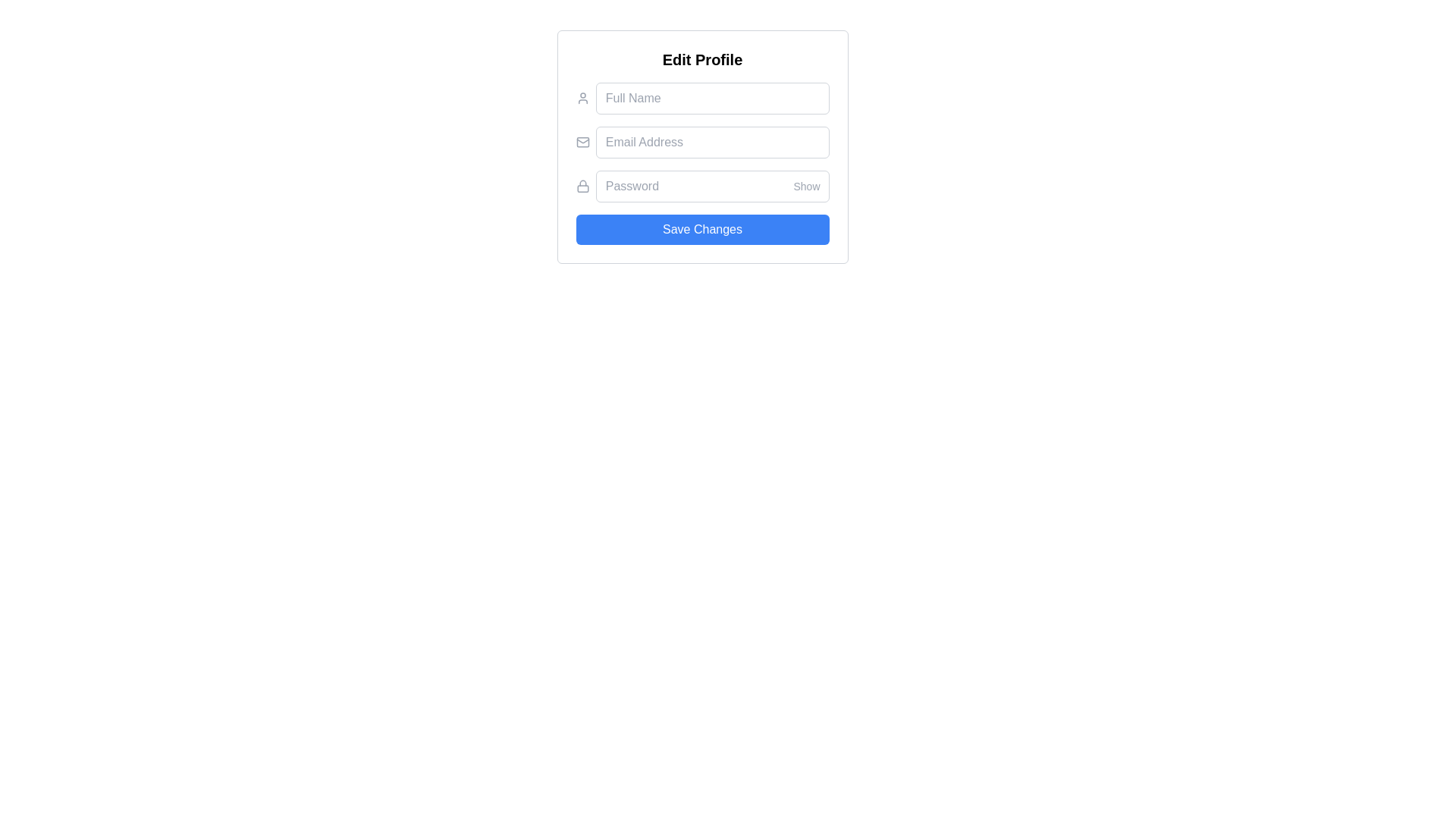  What do you see at coordinates (701, 230) in the screenshot?
I see `the 'Save Changes' button` at bounding box center [701, 230].